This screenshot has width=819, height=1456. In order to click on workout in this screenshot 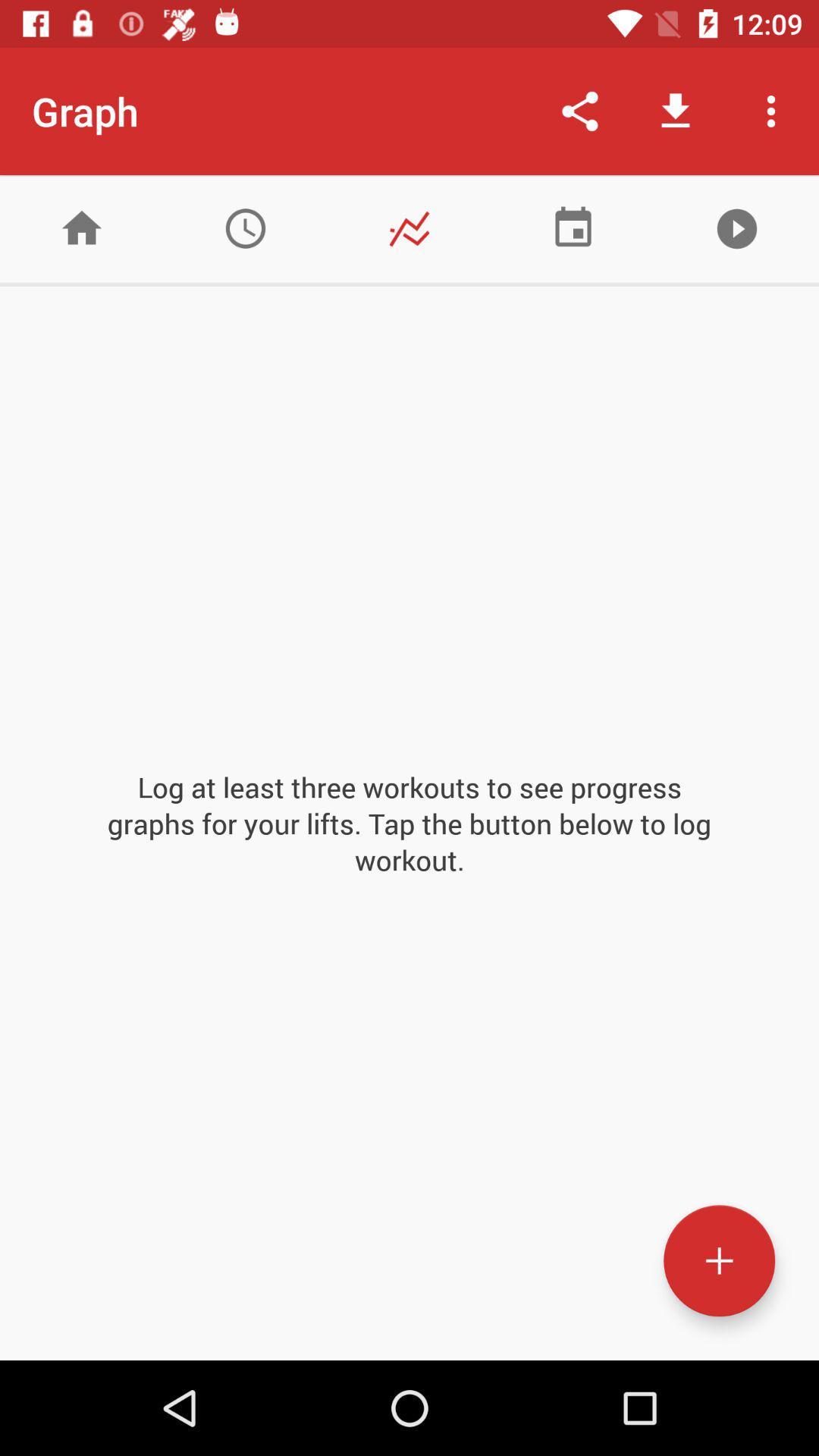, I will do `click(718, 1260)`.